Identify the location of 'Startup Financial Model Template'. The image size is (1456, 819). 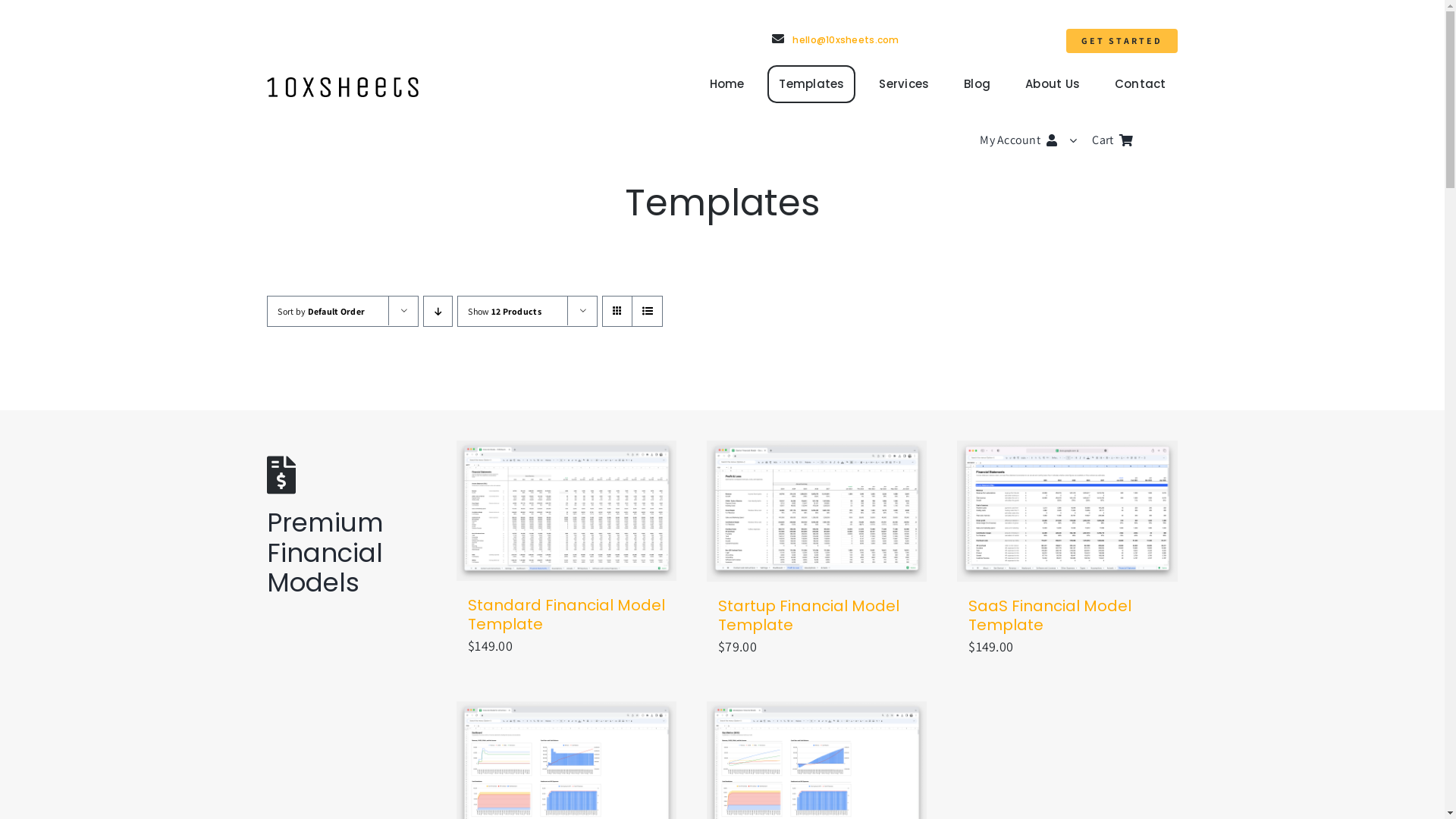
(808, 615).